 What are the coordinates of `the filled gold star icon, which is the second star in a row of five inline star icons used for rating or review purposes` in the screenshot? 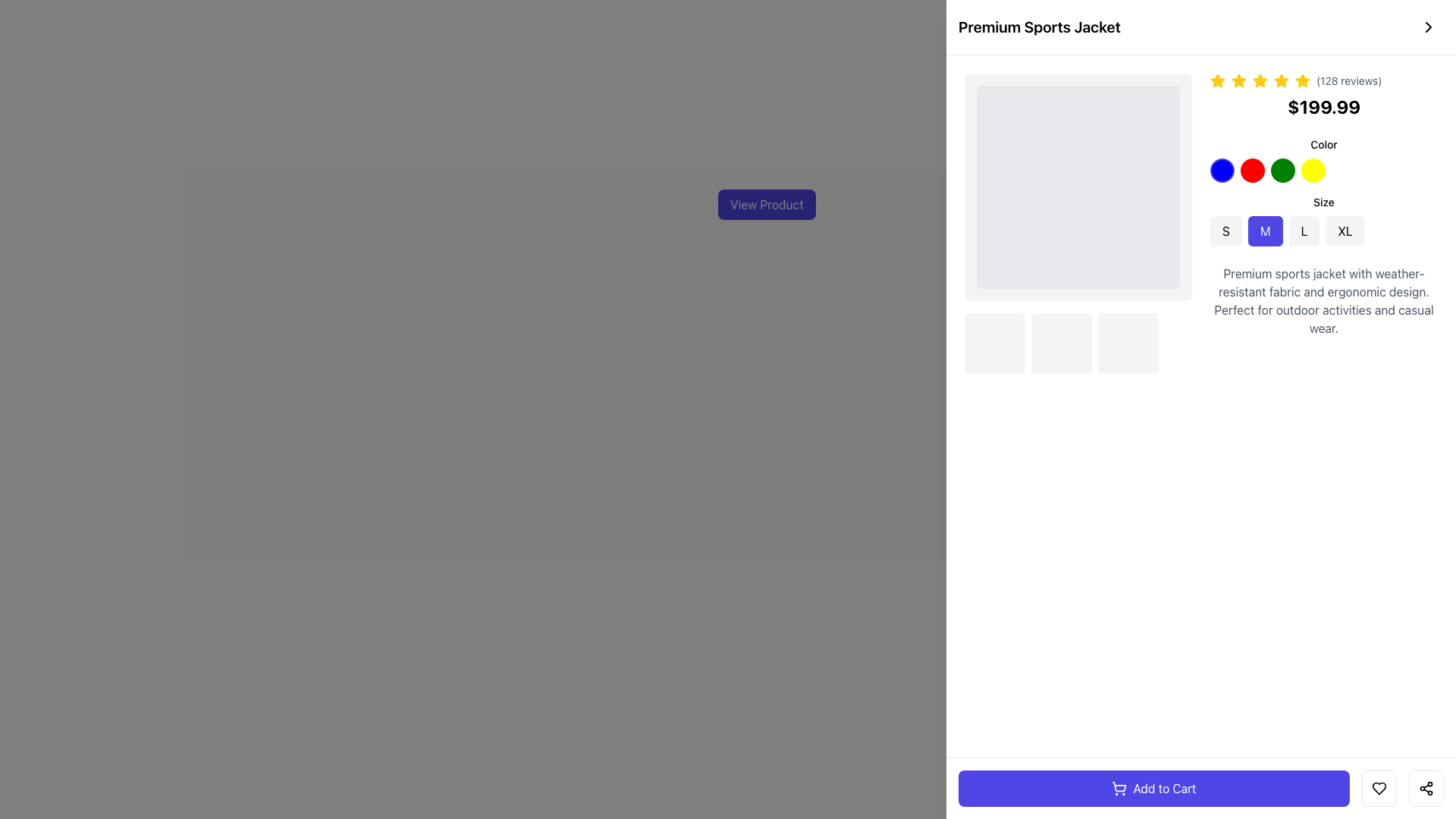 It's located at (1259, 80).